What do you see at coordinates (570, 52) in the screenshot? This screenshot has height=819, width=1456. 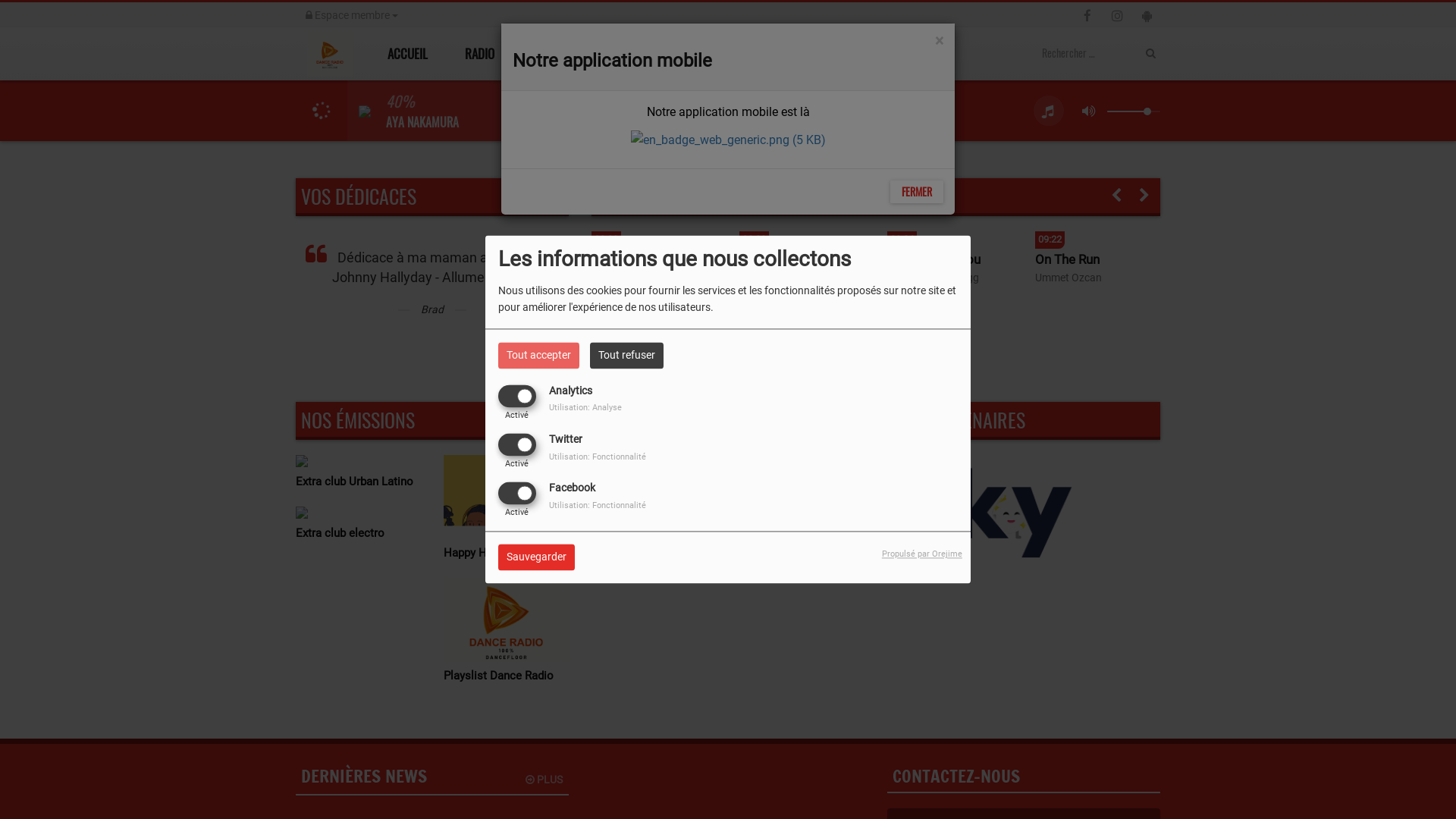 I see `'MUSIQUE'` at bounding box center [570, 52].